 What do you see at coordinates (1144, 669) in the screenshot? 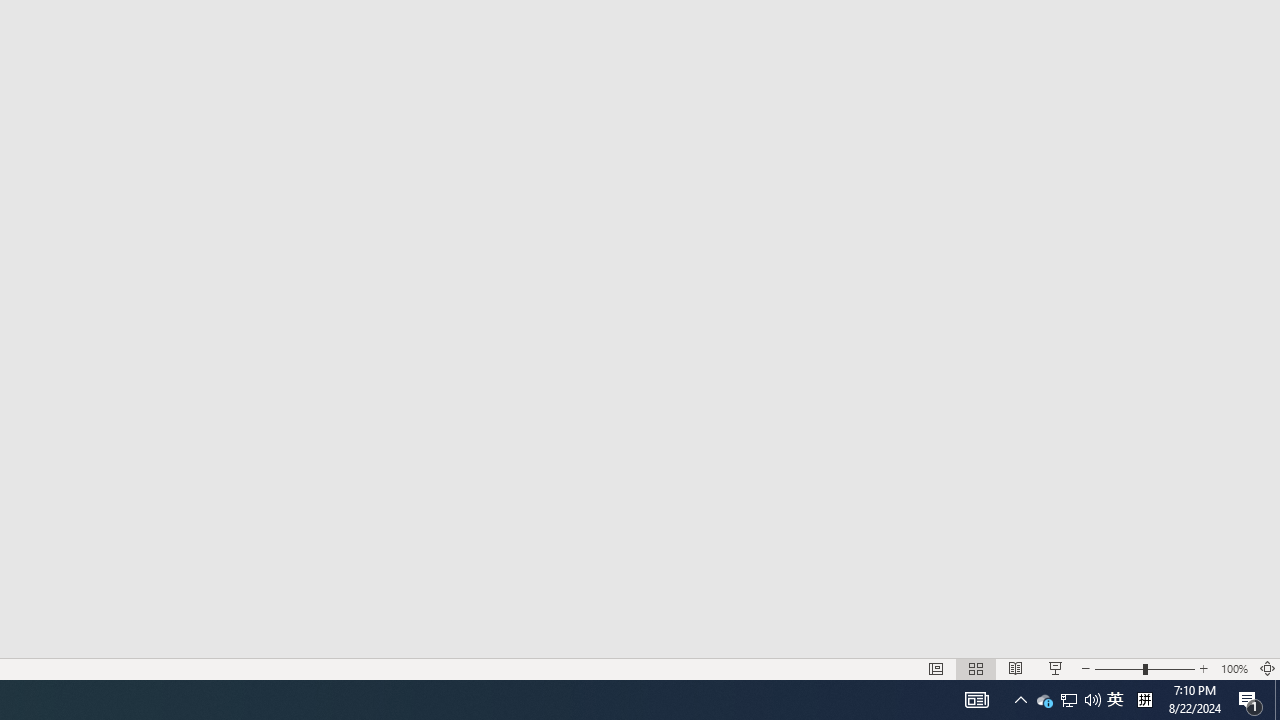
I see `'Zoom'` at bounding box center [1144, 669].